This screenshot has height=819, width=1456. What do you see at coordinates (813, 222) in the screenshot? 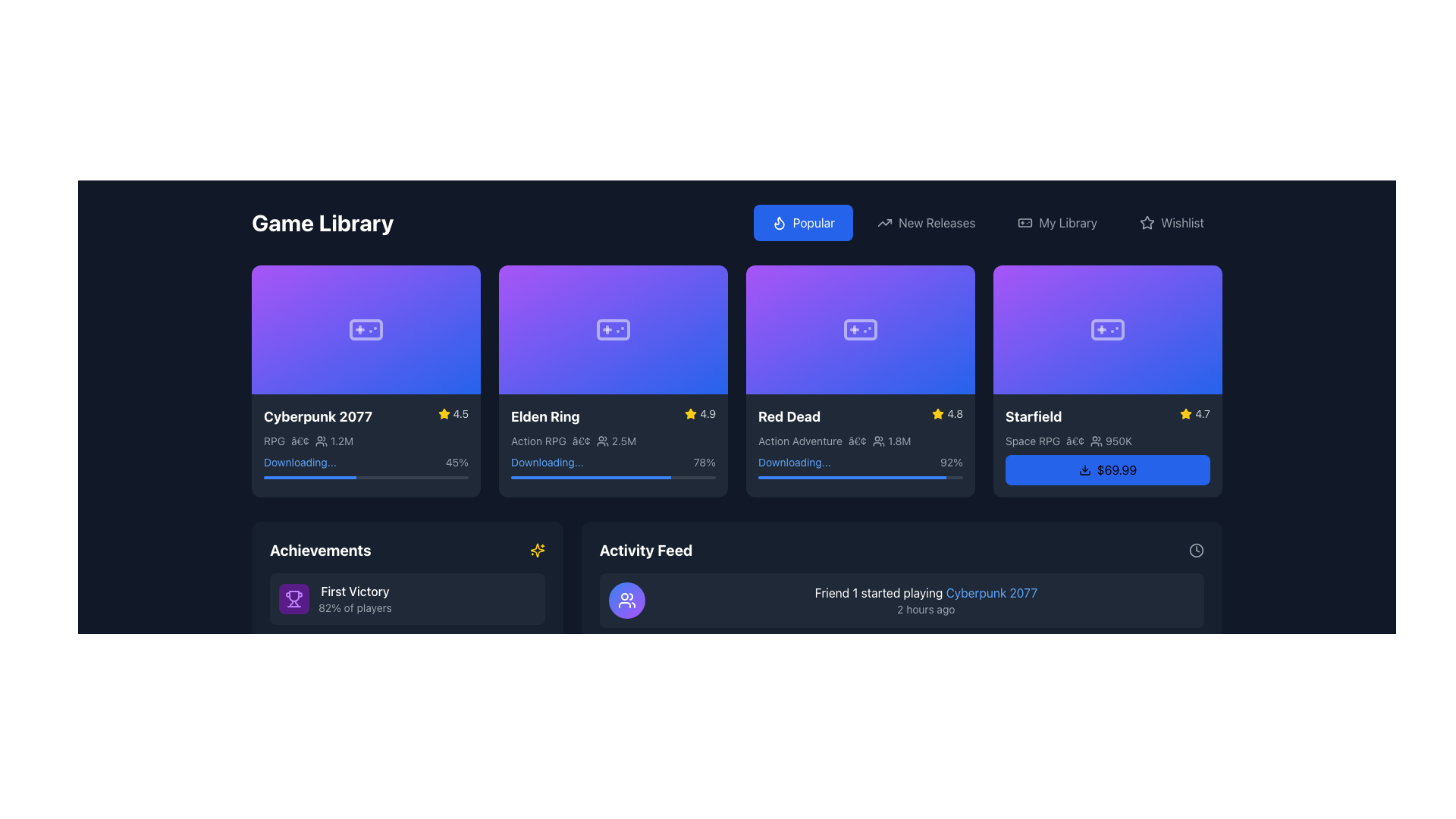
I see `the first button in the navigation bar` at bounding box center [813, 222].